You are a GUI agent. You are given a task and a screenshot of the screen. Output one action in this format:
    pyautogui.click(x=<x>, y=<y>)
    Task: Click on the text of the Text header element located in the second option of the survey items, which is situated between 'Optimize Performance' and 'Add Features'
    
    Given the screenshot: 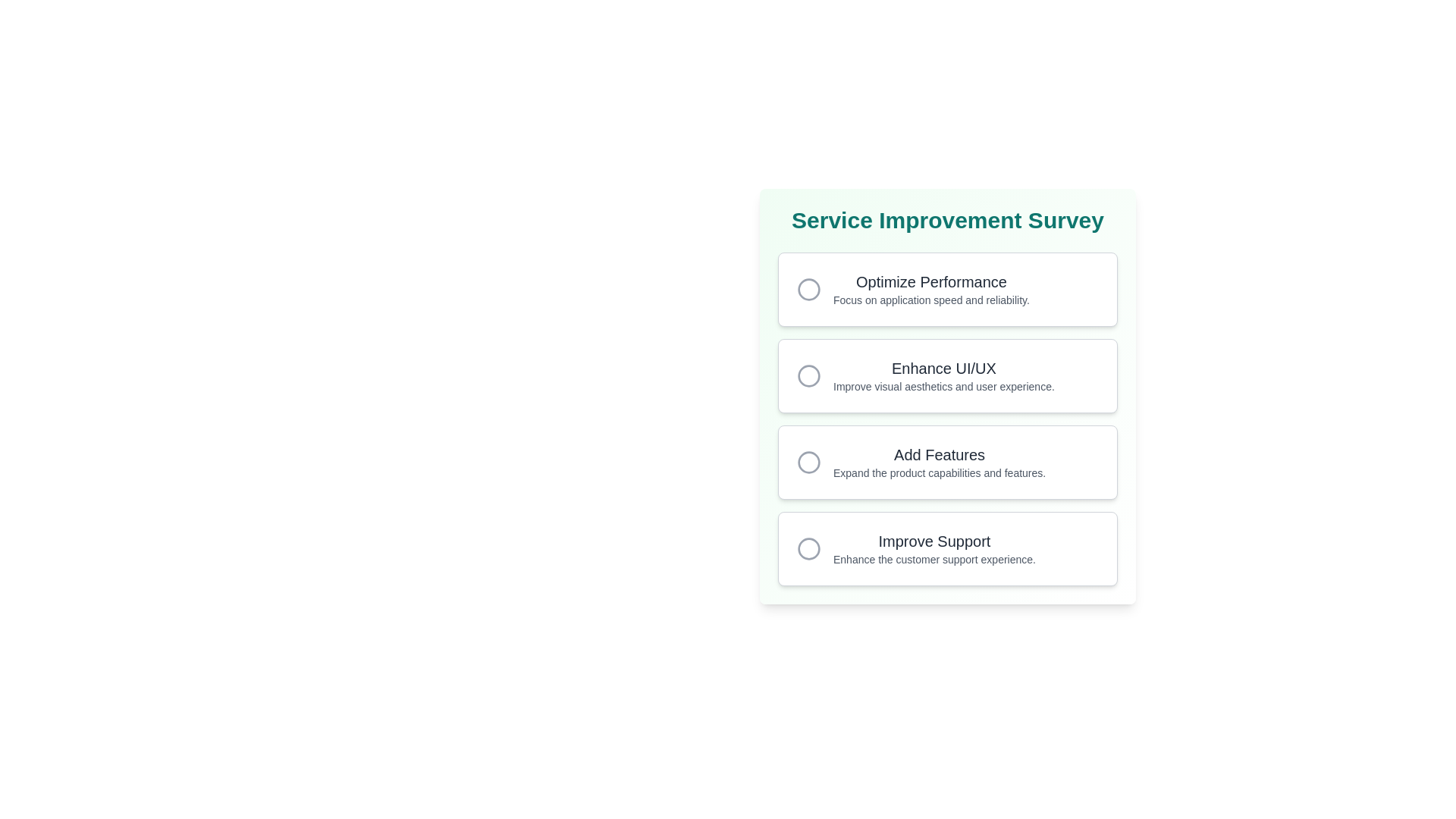 What is the action you would take?
    pyautogui.click(x=943, y=369)
    